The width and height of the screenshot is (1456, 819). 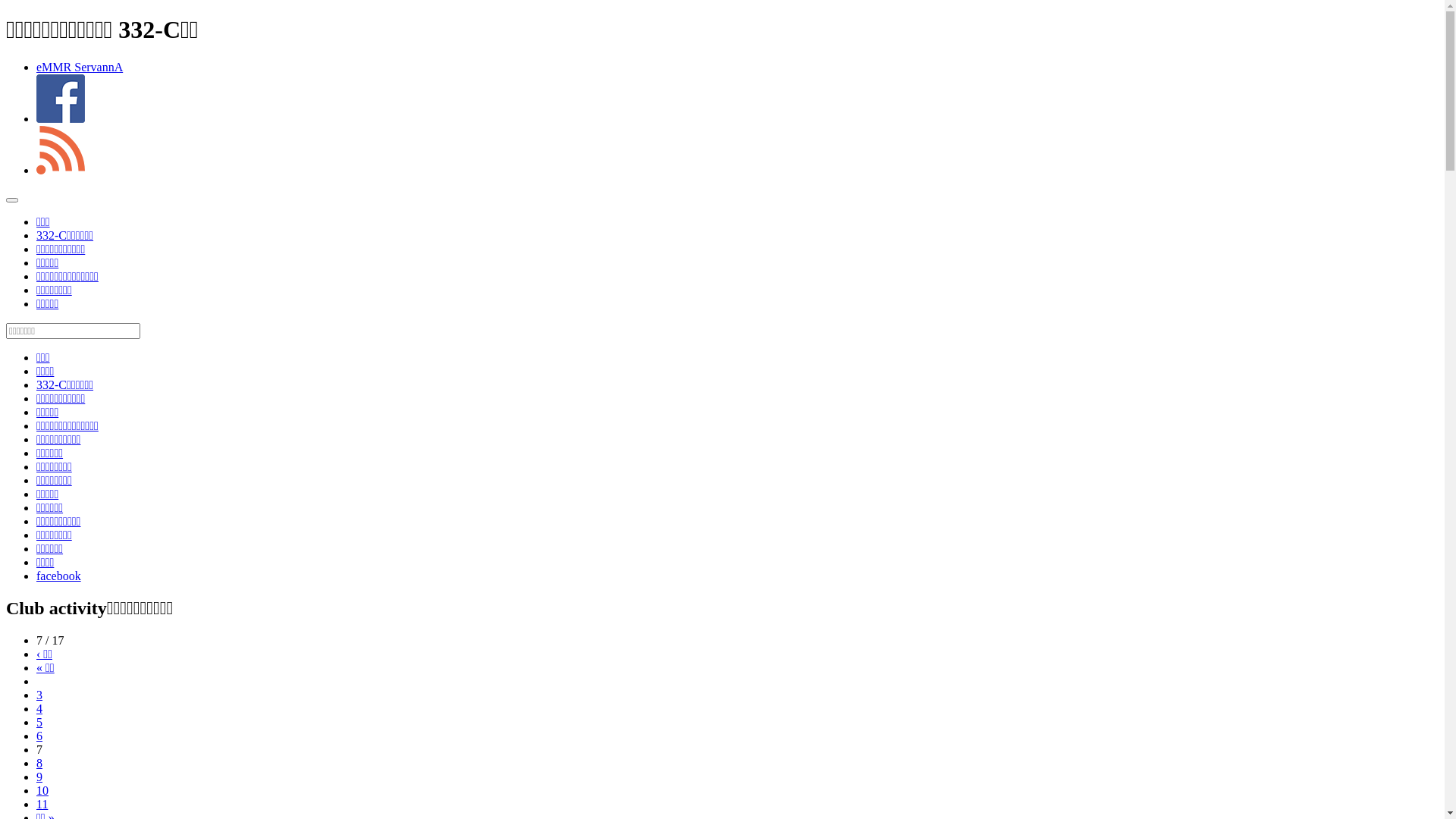 What do you see at coordinates (39, 735) in the screenshot?
I see `'6'` at bounding box center [39, 735].